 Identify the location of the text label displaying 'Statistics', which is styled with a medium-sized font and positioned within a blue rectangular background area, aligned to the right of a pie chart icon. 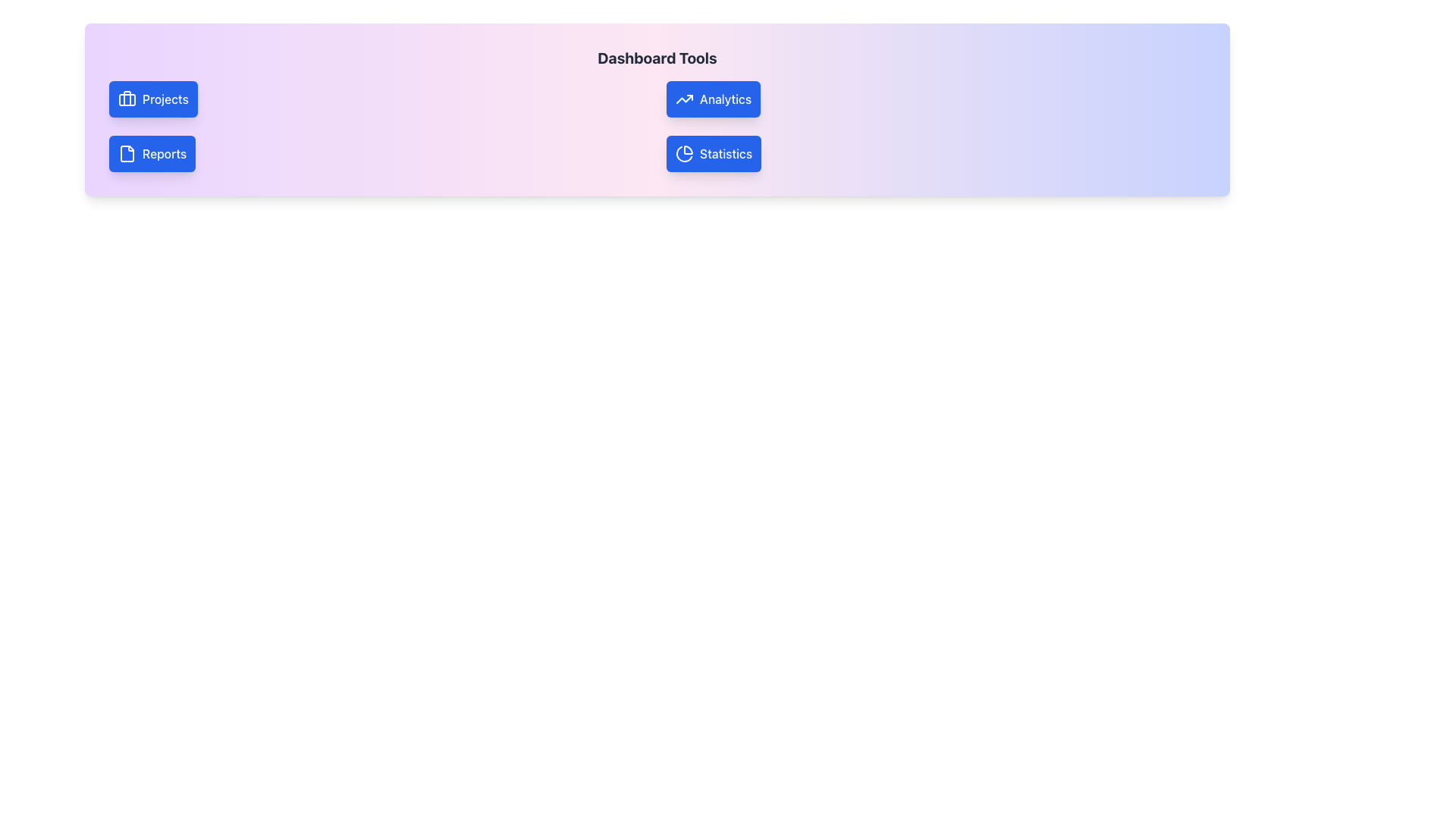
(725, 154).